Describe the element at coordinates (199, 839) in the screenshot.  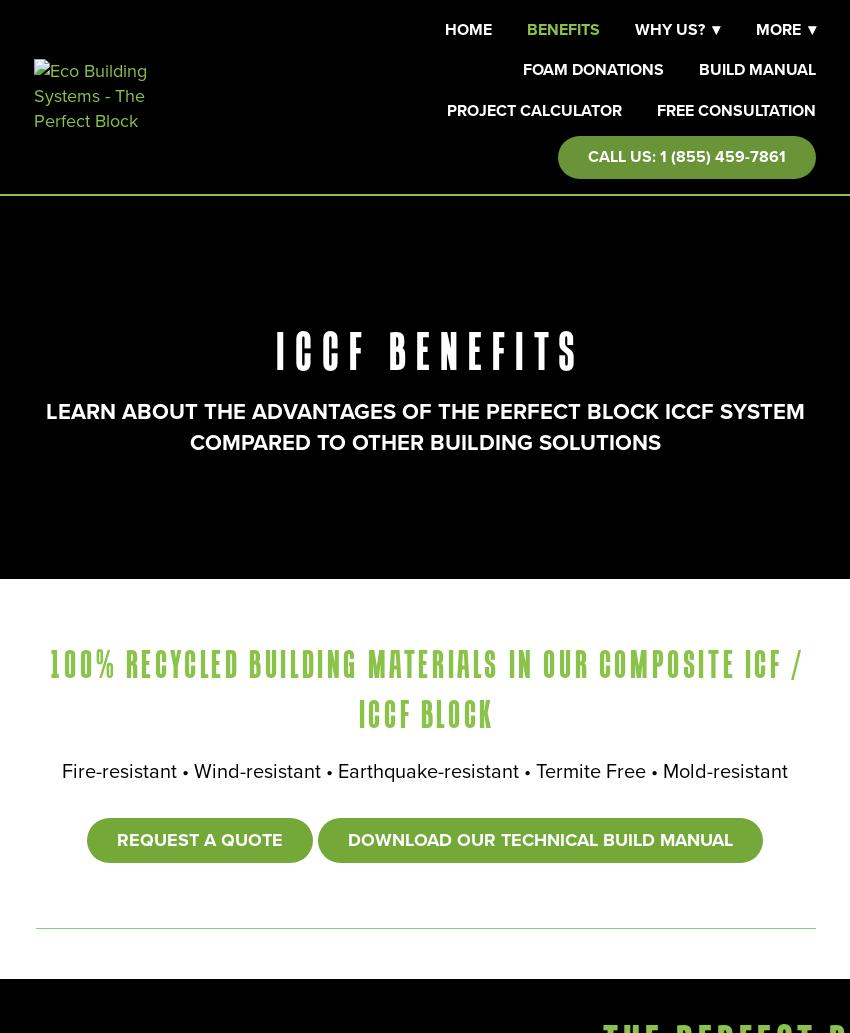
I see `'Request A Quote'` at that location.